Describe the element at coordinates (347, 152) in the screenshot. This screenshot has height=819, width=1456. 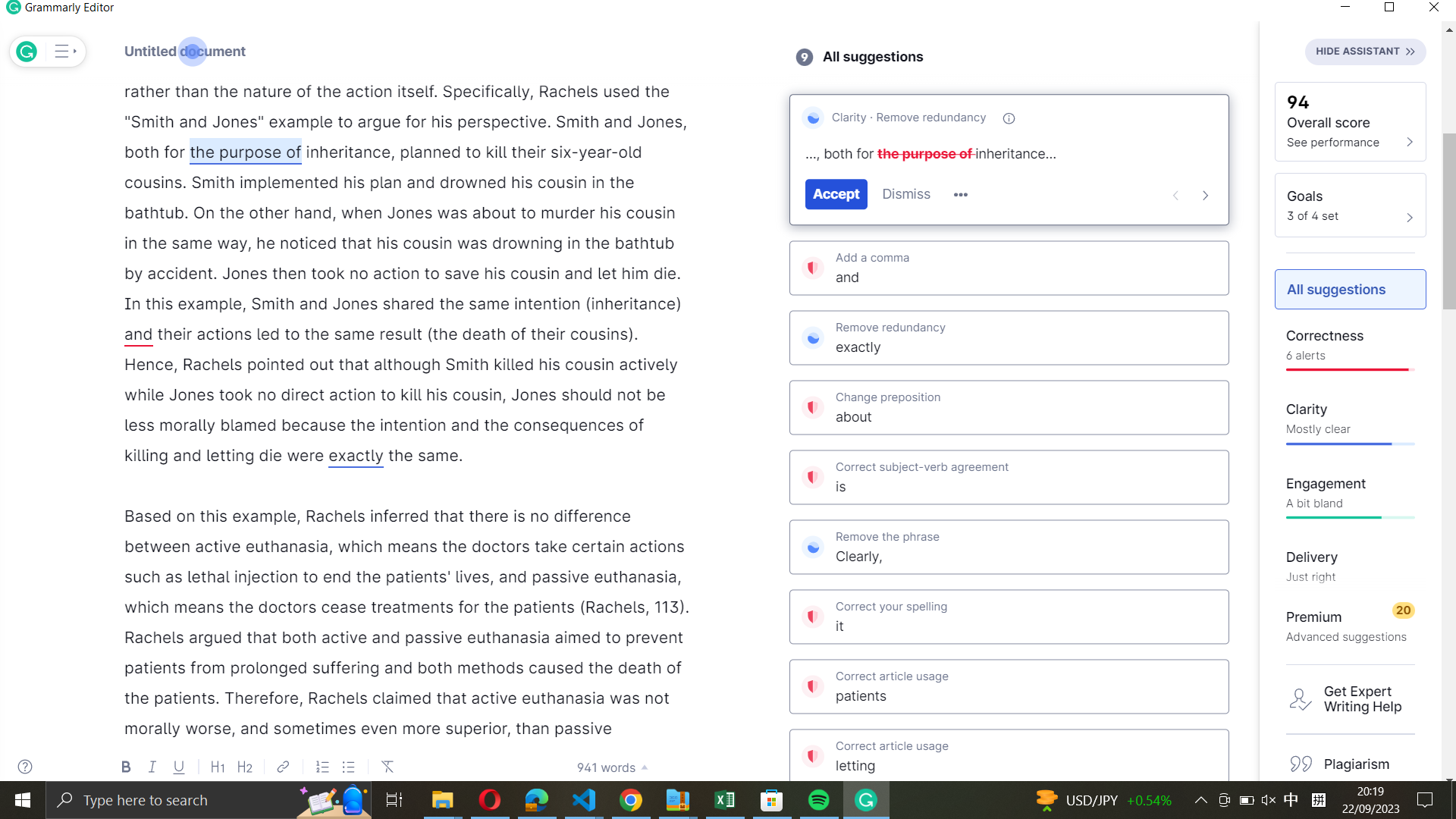
I see `Accept Grammarly"s suggestion for correct word inheritance` at that location.